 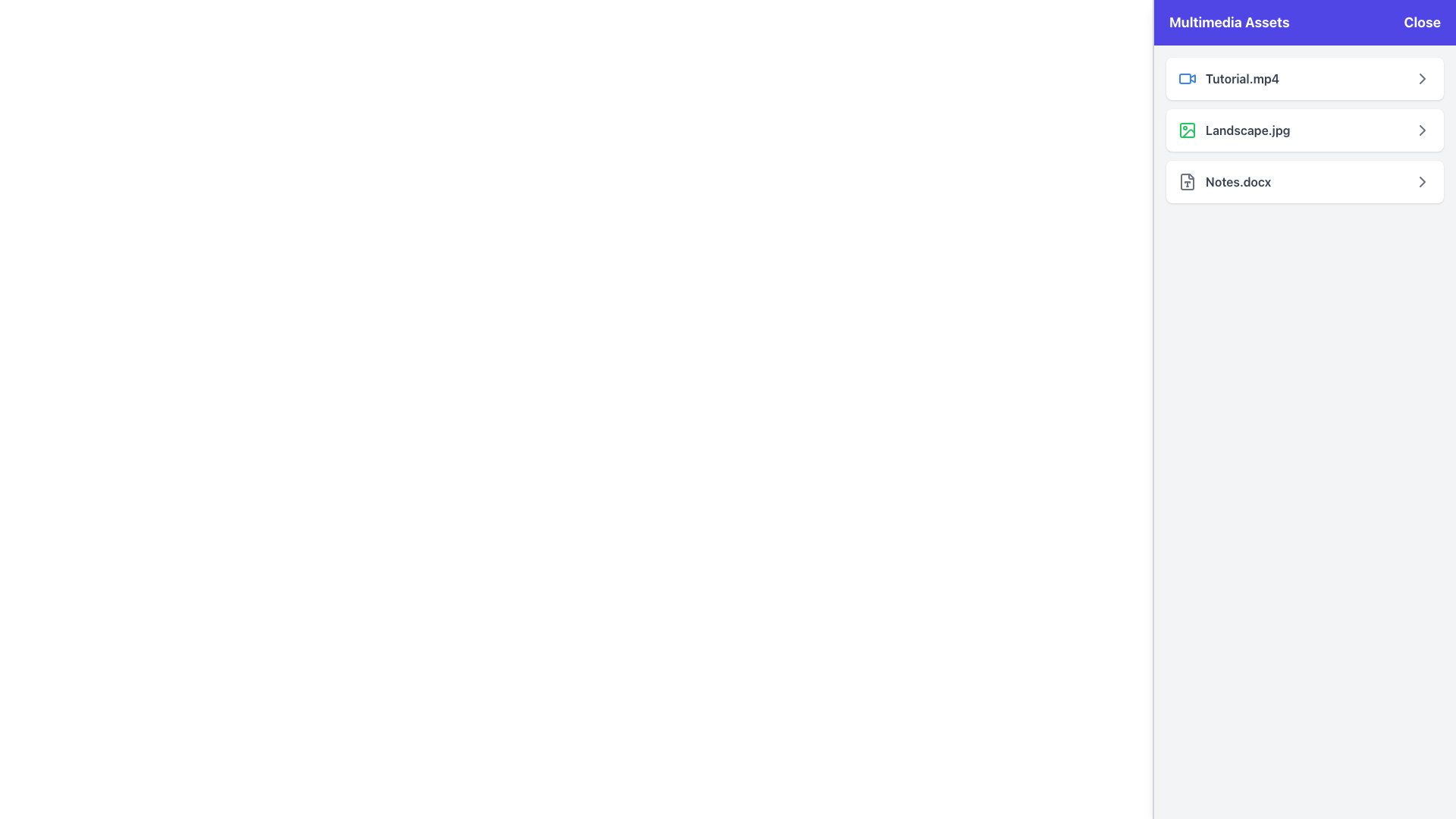 What do you see at coordinates (1192, 78) in the screenshot?
I see `the triangular play icon in the video playback interface` at bounding box center [1192, 78].